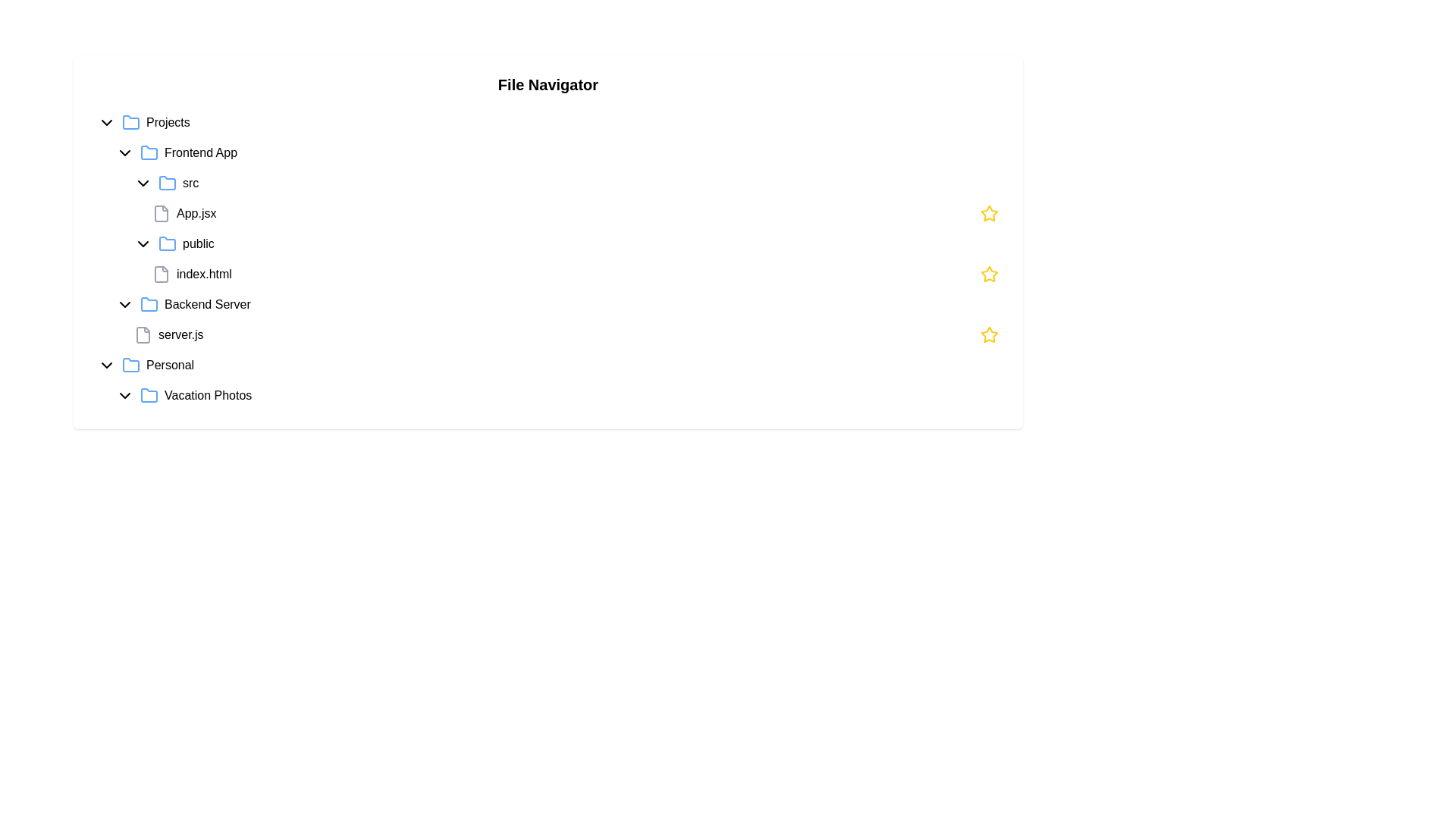 The image size is (1456, 819). Describe the element at coordinates (180, 334) in the screenshot. I see `the text label displaying 'server.js', which is positioned under the 'Backend Server' folder in the file navigation interface` at that location.